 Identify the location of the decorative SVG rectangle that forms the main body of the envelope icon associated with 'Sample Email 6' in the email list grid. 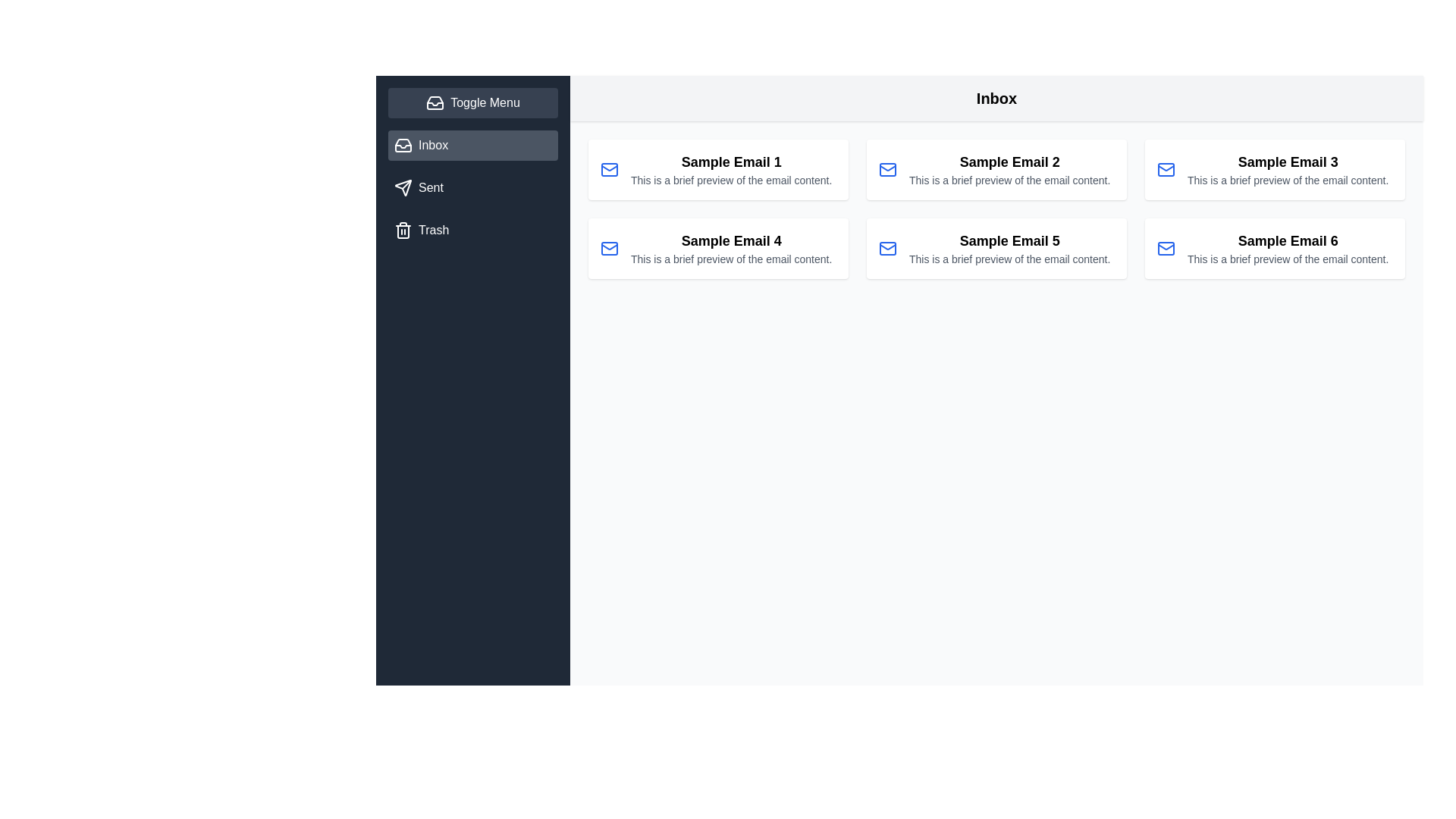
(1165, 247).